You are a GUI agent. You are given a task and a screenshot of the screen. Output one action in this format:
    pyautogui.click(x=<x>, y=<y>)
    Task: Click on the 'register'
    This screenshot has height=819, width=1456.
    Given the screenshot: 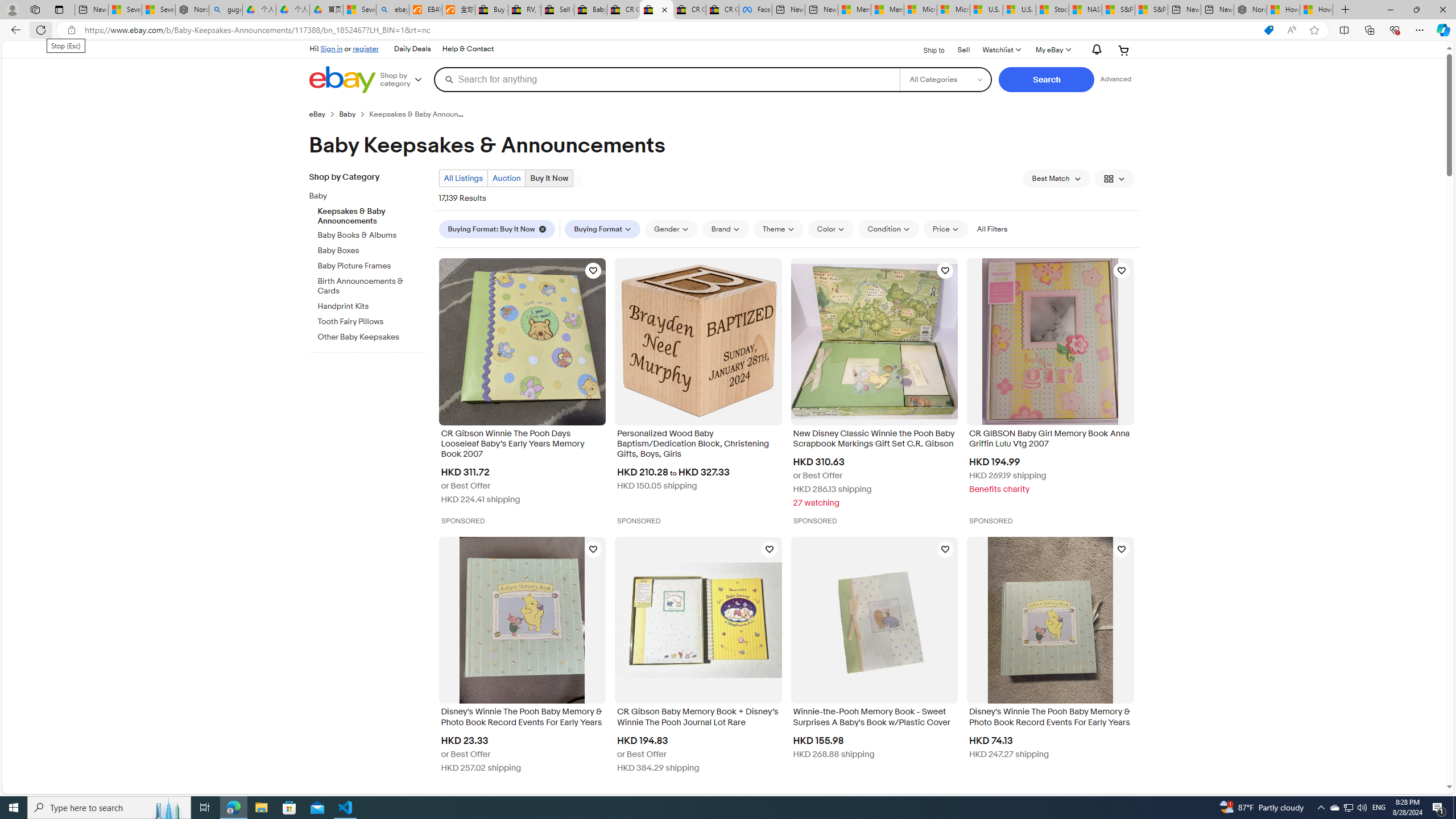 What is the action you would take?
    pyautogui.click(x=366, y=48)
    